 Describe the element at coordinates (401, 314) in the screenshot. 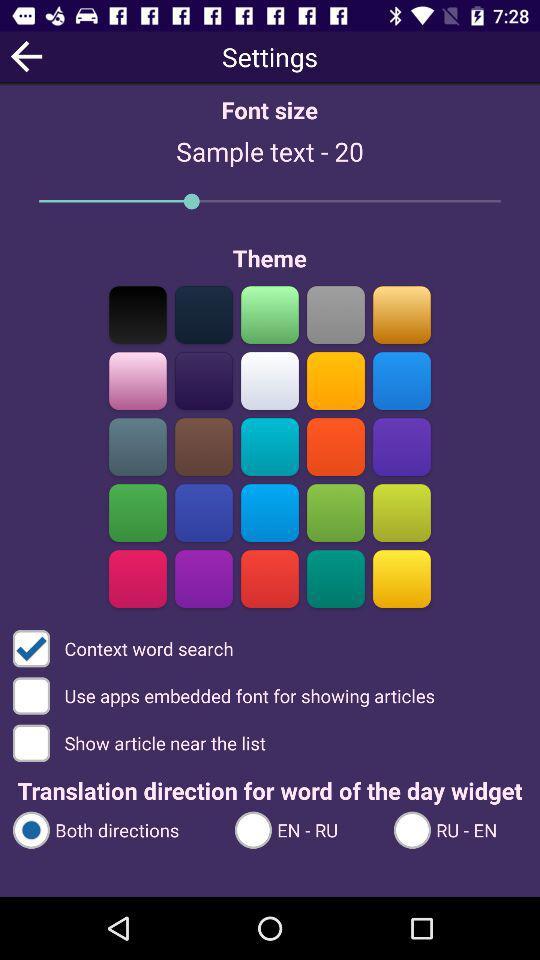

I see `this colour option` at that location.